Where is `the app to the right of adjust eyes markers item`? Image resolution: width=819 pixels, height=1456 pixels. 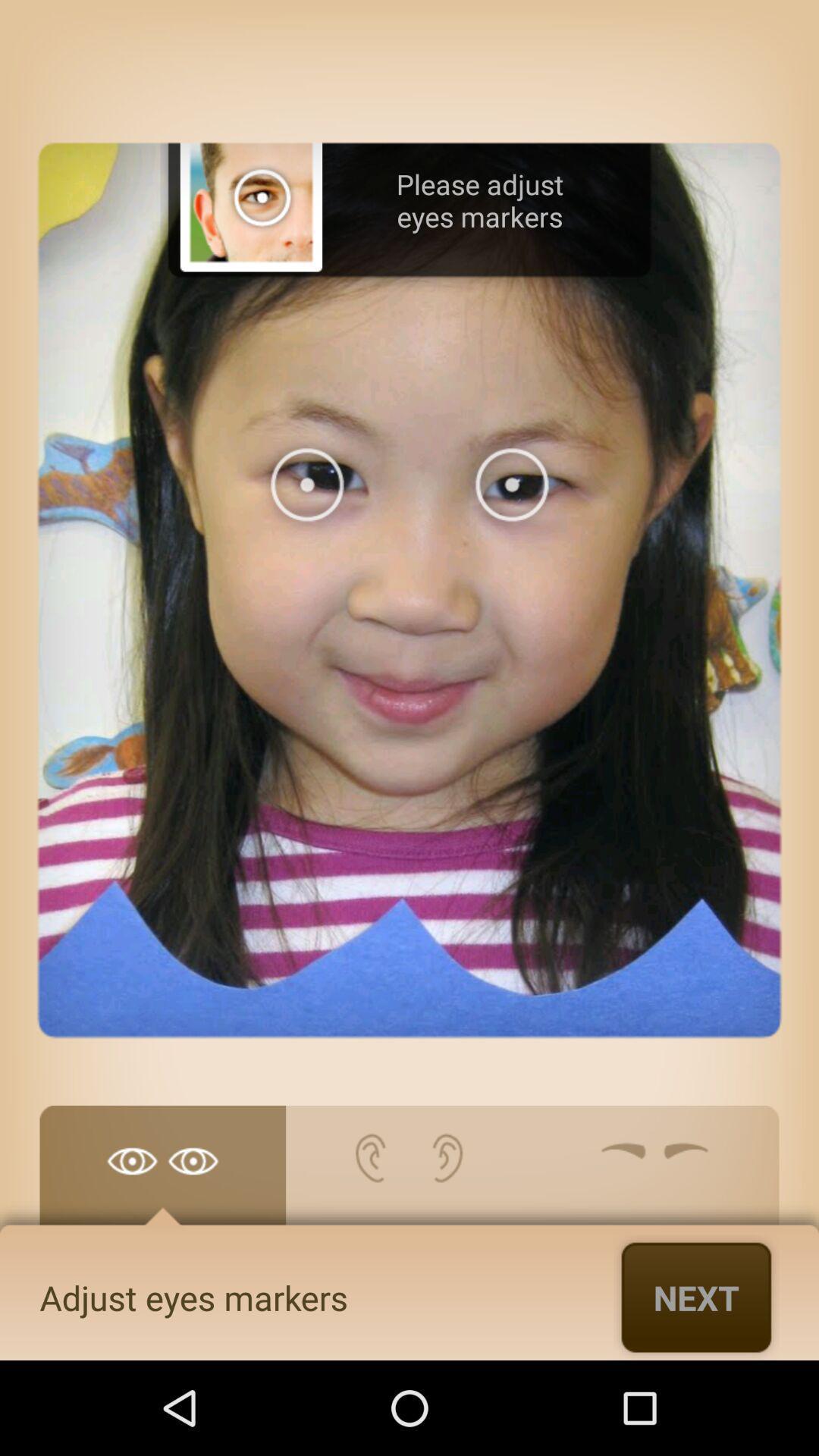
the app to the right of adjust eyes markers item is located at coordinates (696, 1297).